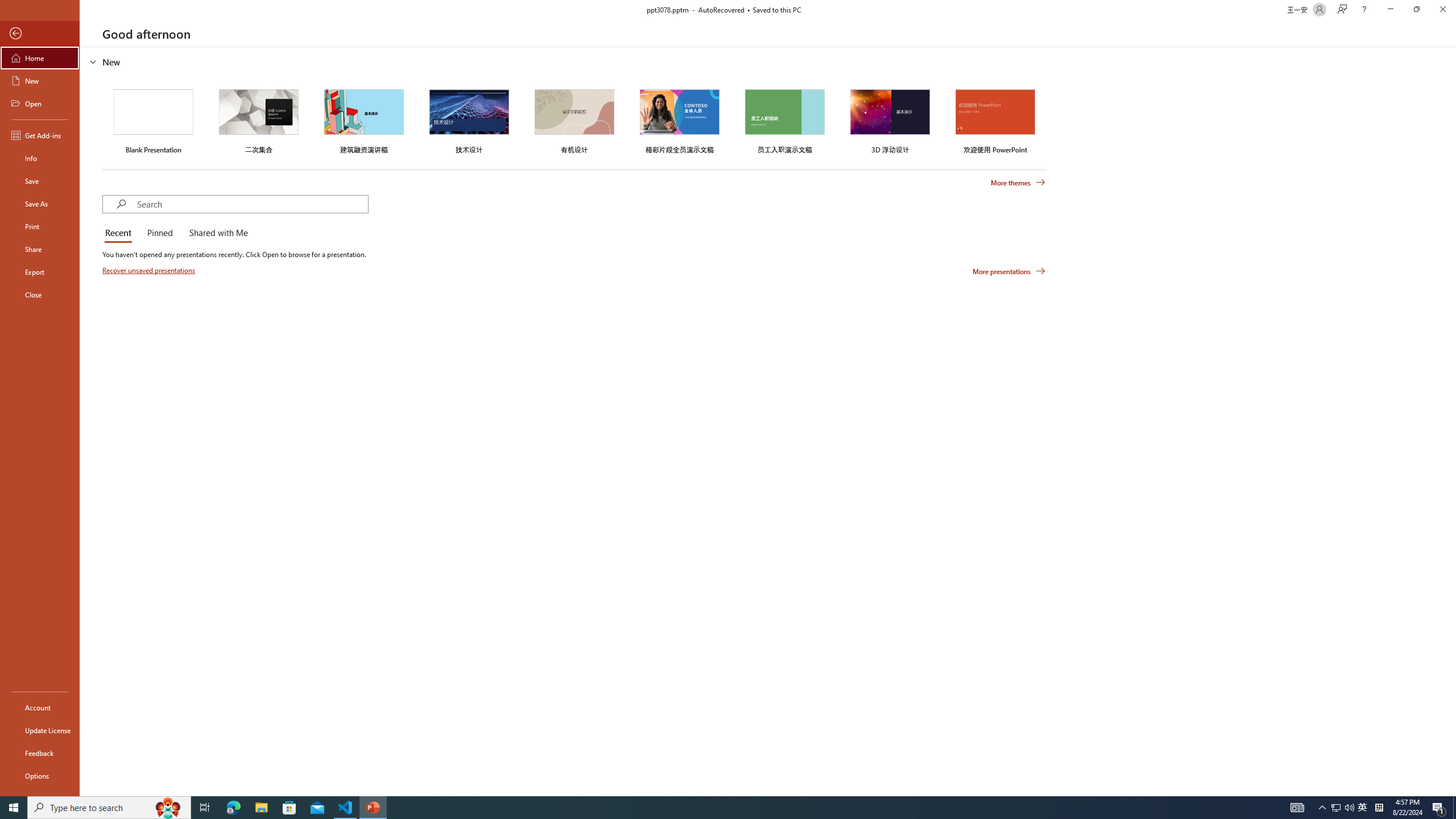  Describe the element at coordinates (39, 80) in the screenshot. I see `'New'` at that location.